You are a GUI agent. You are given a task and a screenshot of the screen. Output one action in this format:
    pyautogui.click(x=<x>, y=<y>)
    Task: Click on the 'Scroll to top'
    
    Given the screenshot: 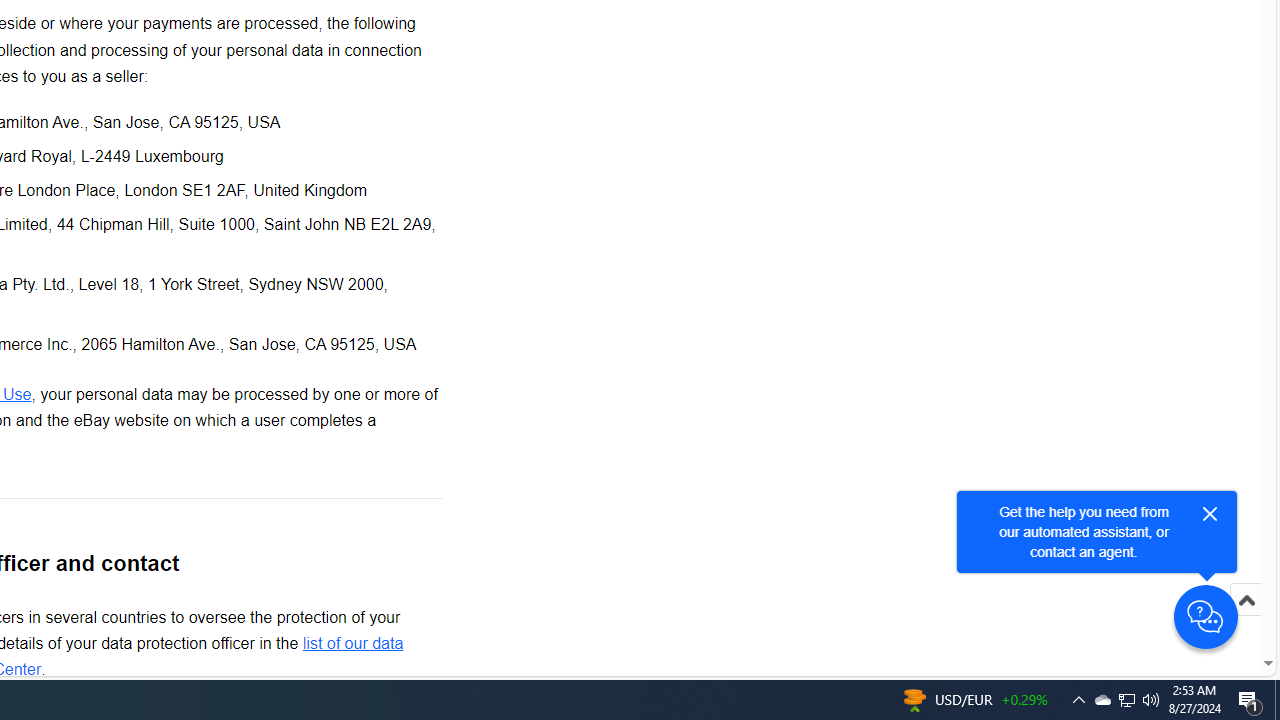 What is the action you would take?
    pyautogui.click(x=1245, y=620)
    